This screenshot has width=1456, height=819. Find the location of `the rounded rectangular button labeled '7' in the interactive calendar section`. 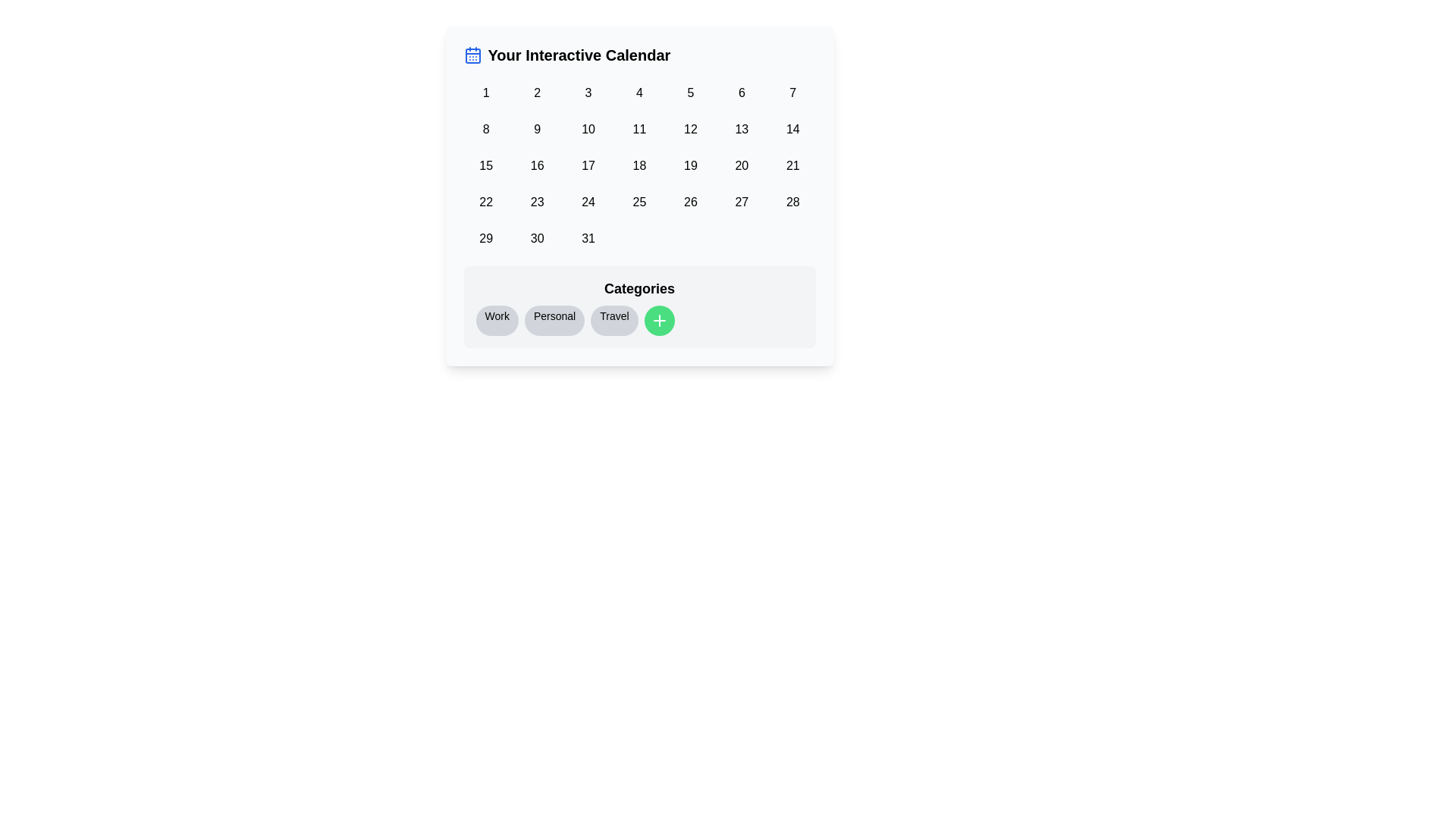

the rounded rectangular button labeled '7' in the interactive calendar section is located at coordinates (792, 93).